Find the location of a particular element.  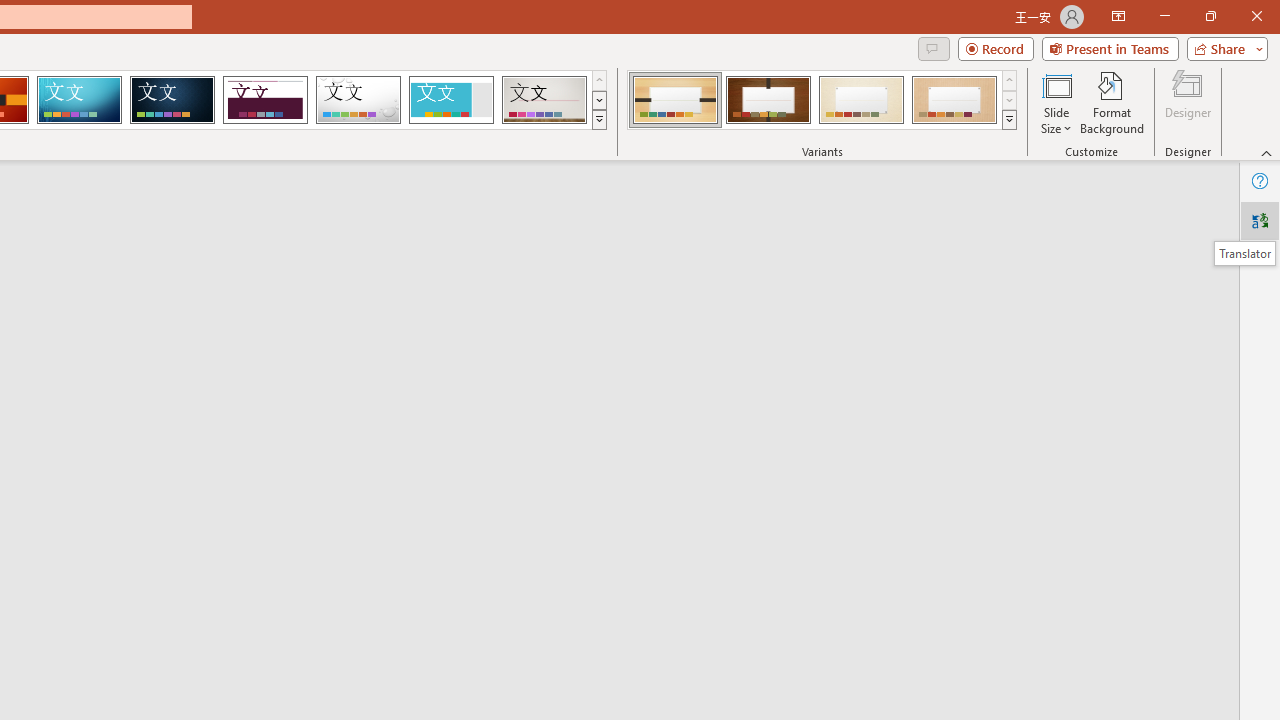

'Droplet' is located at coordinates (358, 100).